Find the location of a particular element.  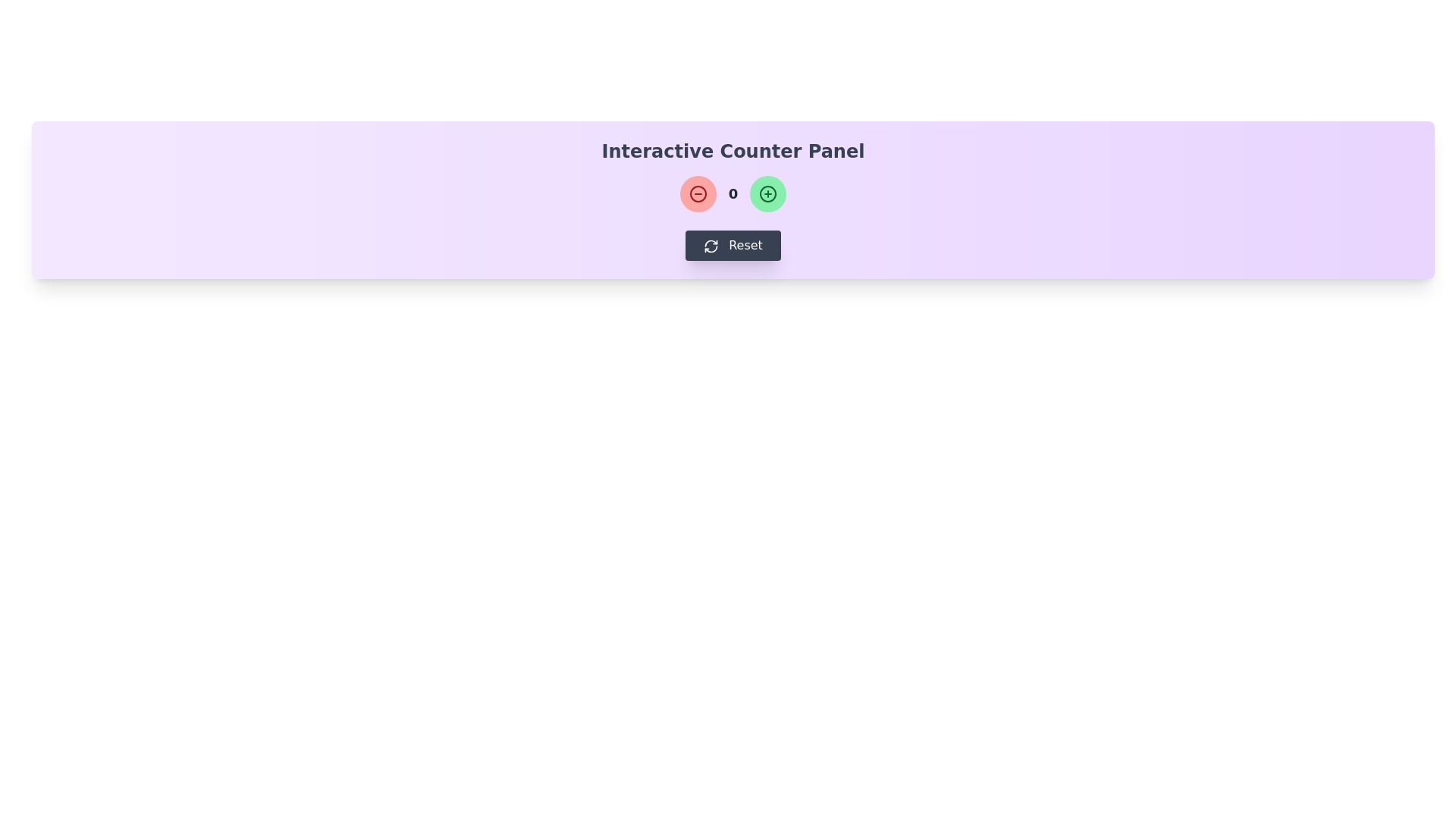

the decorative refresh icon located within the 'Reset' button, which is styled with a dark background and white text, positioned to the left of the 'Reset' text is located at coordinates (711, 245).